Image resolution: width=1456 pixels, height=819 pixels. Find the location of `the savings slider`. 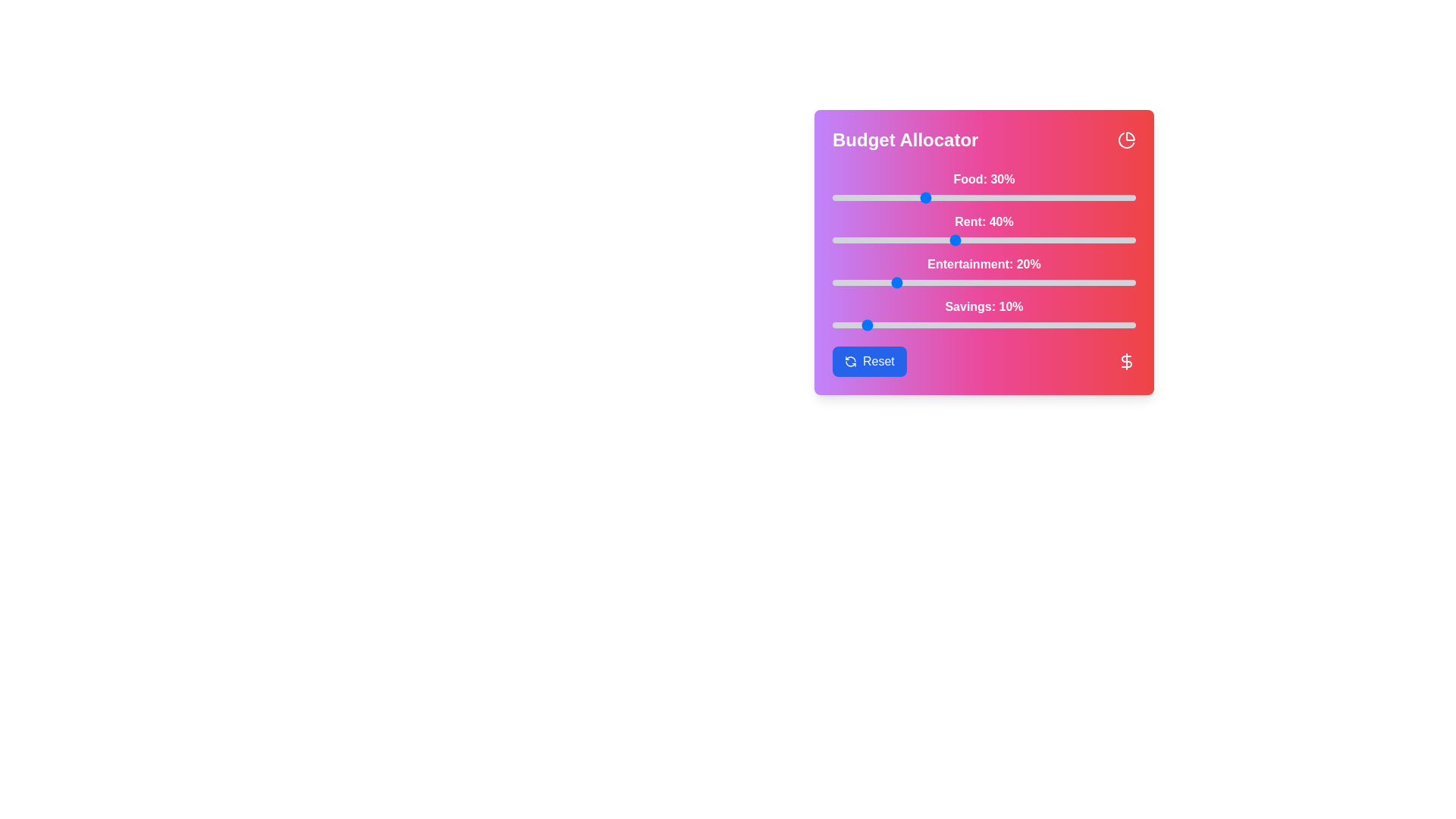

the savings slider is located at coordinates (1030, 324).